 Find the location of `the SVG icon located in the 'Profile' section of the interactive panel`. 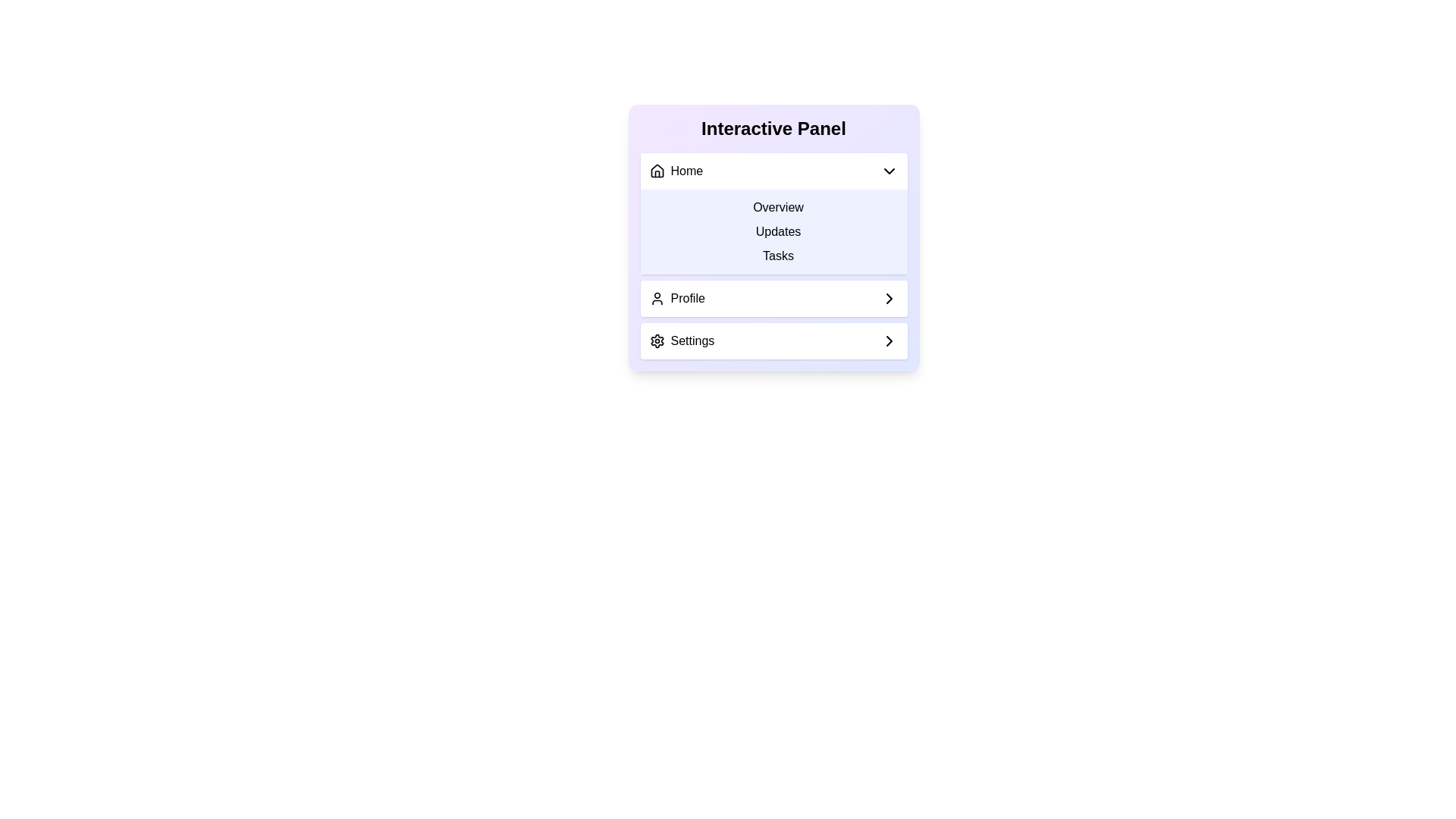

the SVG icon located in the 'Profile' section of the interactive panel is located at coordinates (889, 298).